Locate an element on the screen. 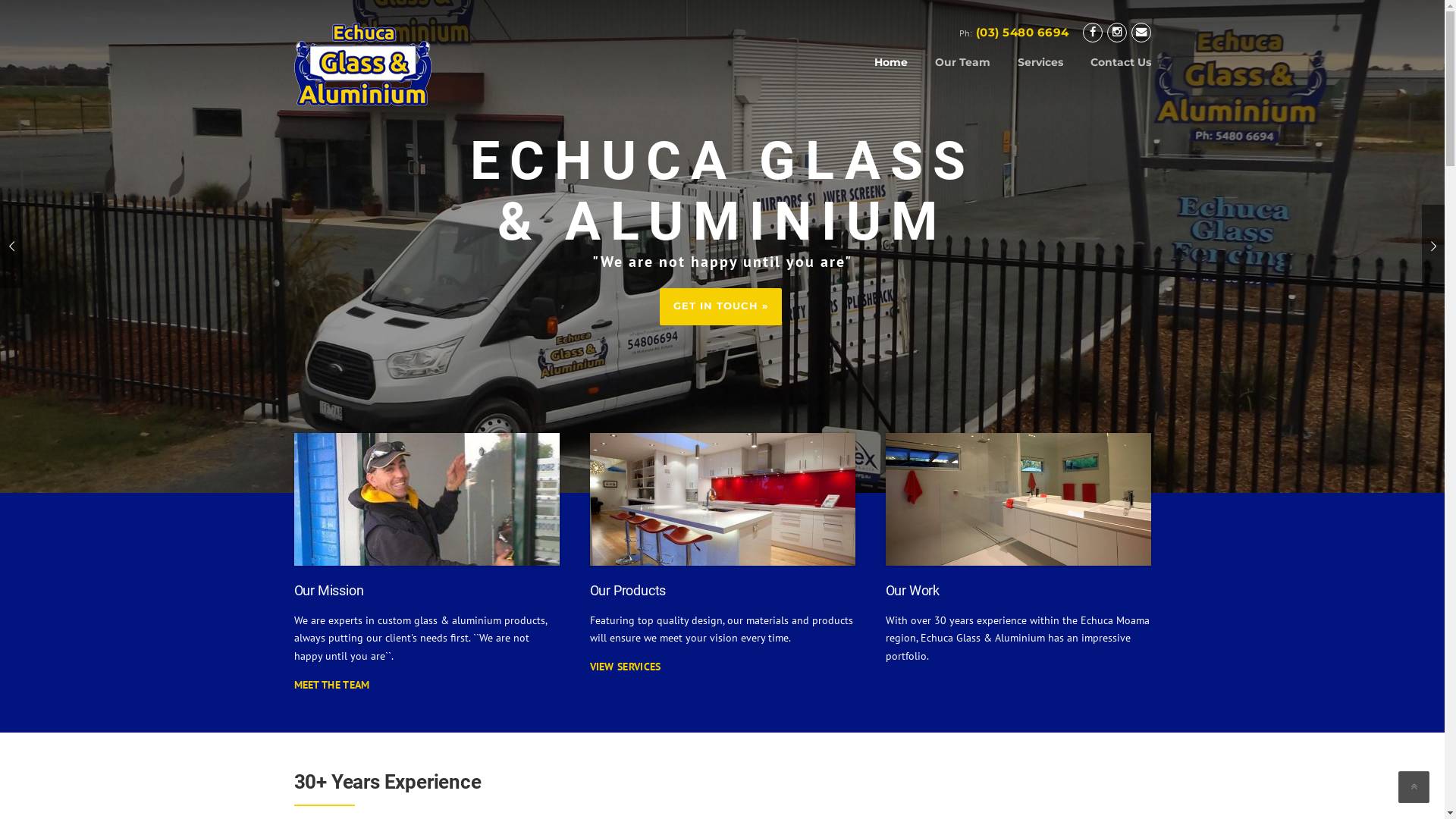 Image resolution: width=1456 pixels, height=819 pixels. 'Email' is located at coordinates (1141, 32).